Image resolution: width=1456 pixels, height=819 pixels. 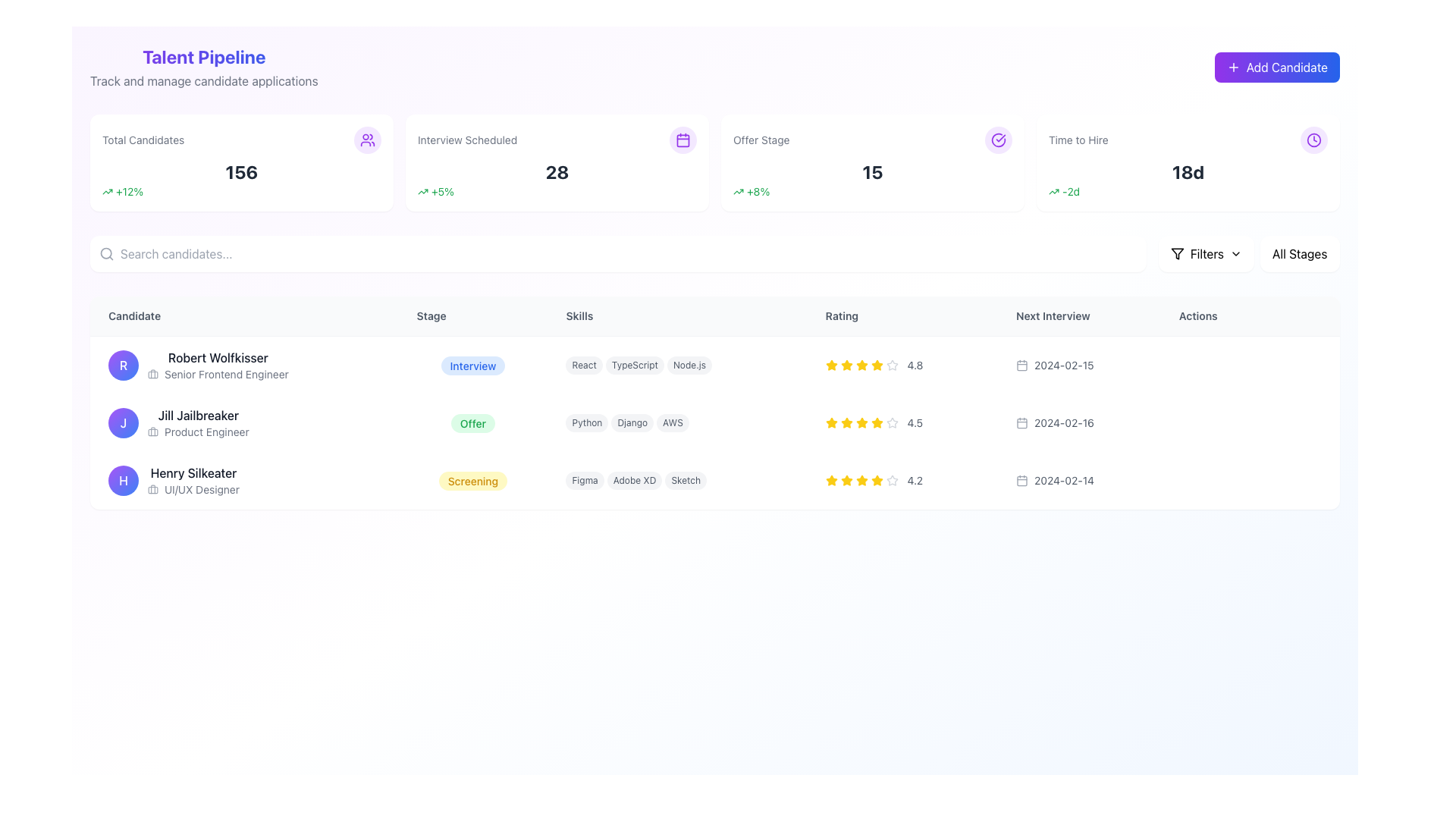 What do you see at coordinates (1233, 66) in the screenshot?
I see `the '+' icon located in the top-right corner of the 'Add Candidate' button to initiate adding a candidate` at bounding box center [1233, 66].